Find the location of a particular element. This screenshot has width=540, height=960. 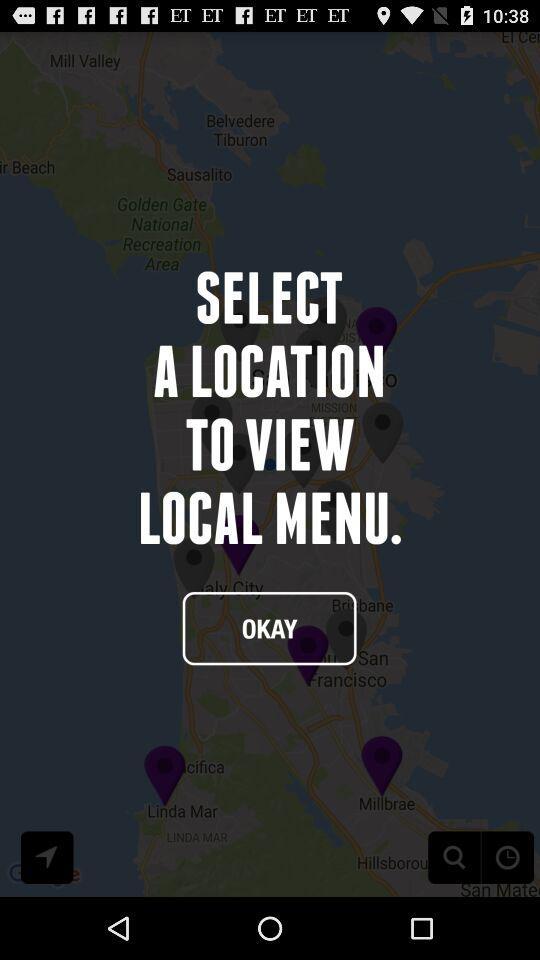

the navigation icon is located at coordinates (47, 917).